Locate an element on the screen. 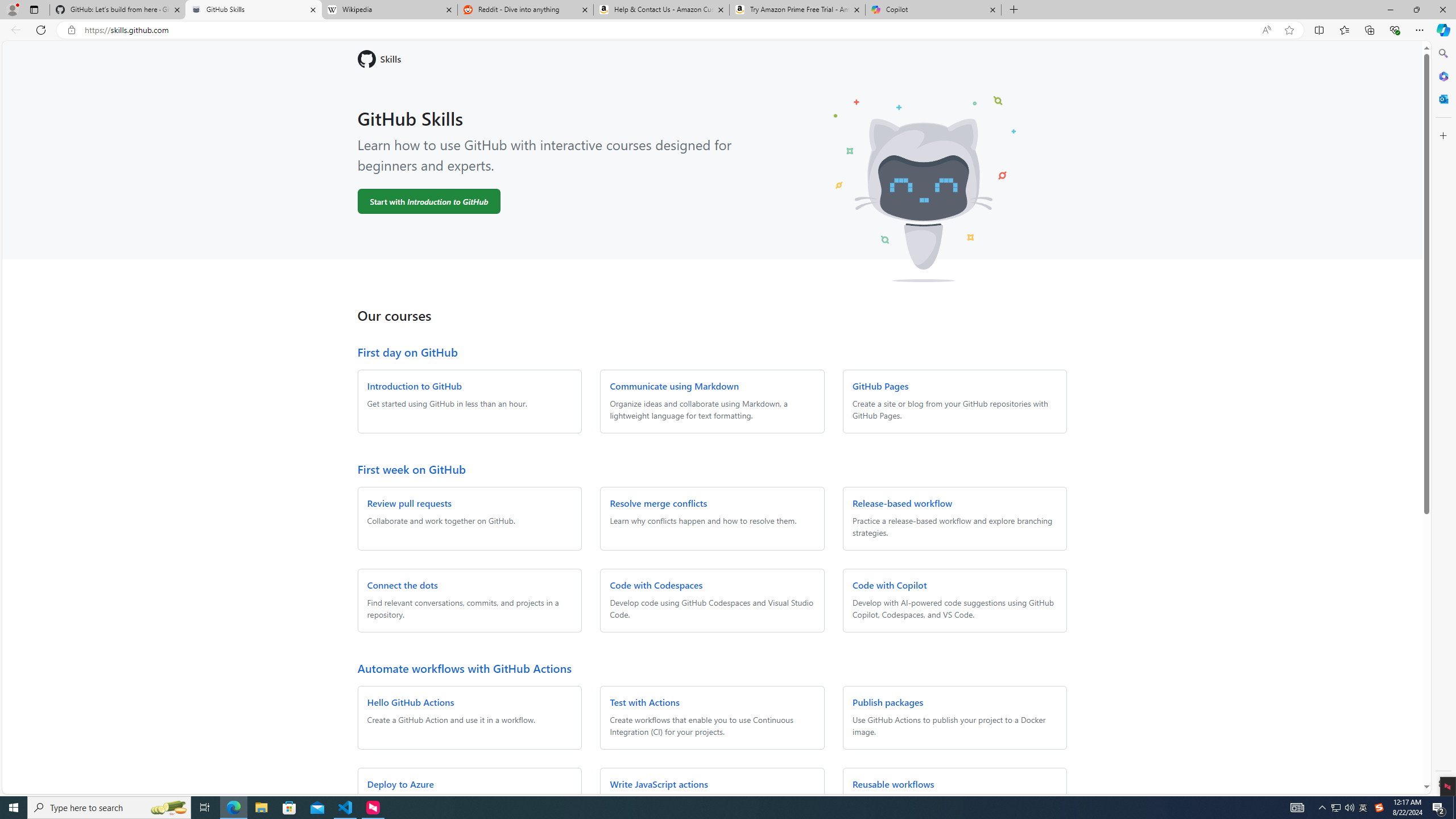  'Publish packages' is located at coordinates (887, 701).